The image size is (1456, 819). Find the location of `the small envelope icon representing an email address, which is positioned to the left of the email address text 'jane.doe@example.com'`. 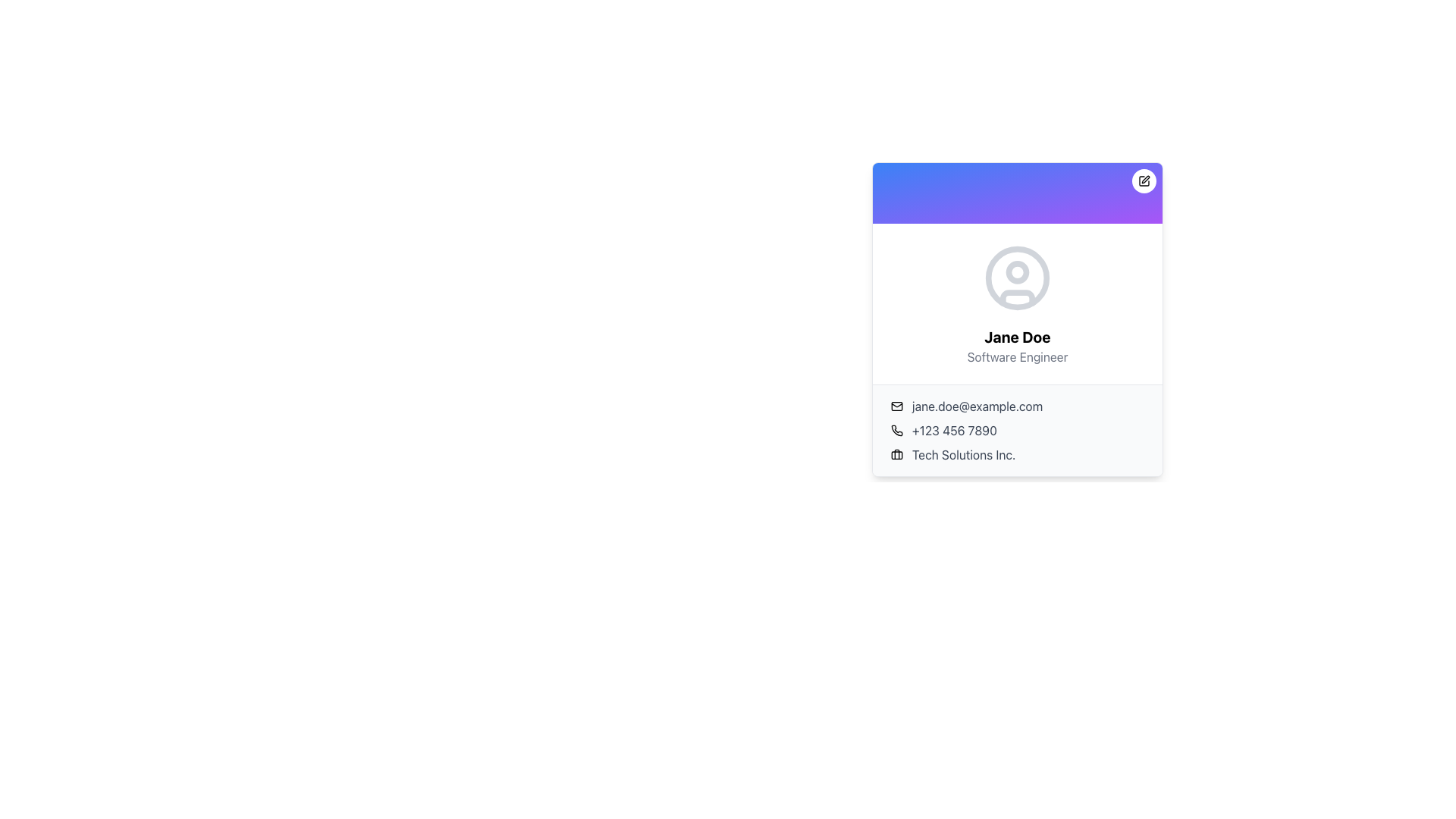

the small envelope icon representing an email address, which is positioned to the left of the email address text 'jane.doe@example.com' is located at coordinates (896, 406).